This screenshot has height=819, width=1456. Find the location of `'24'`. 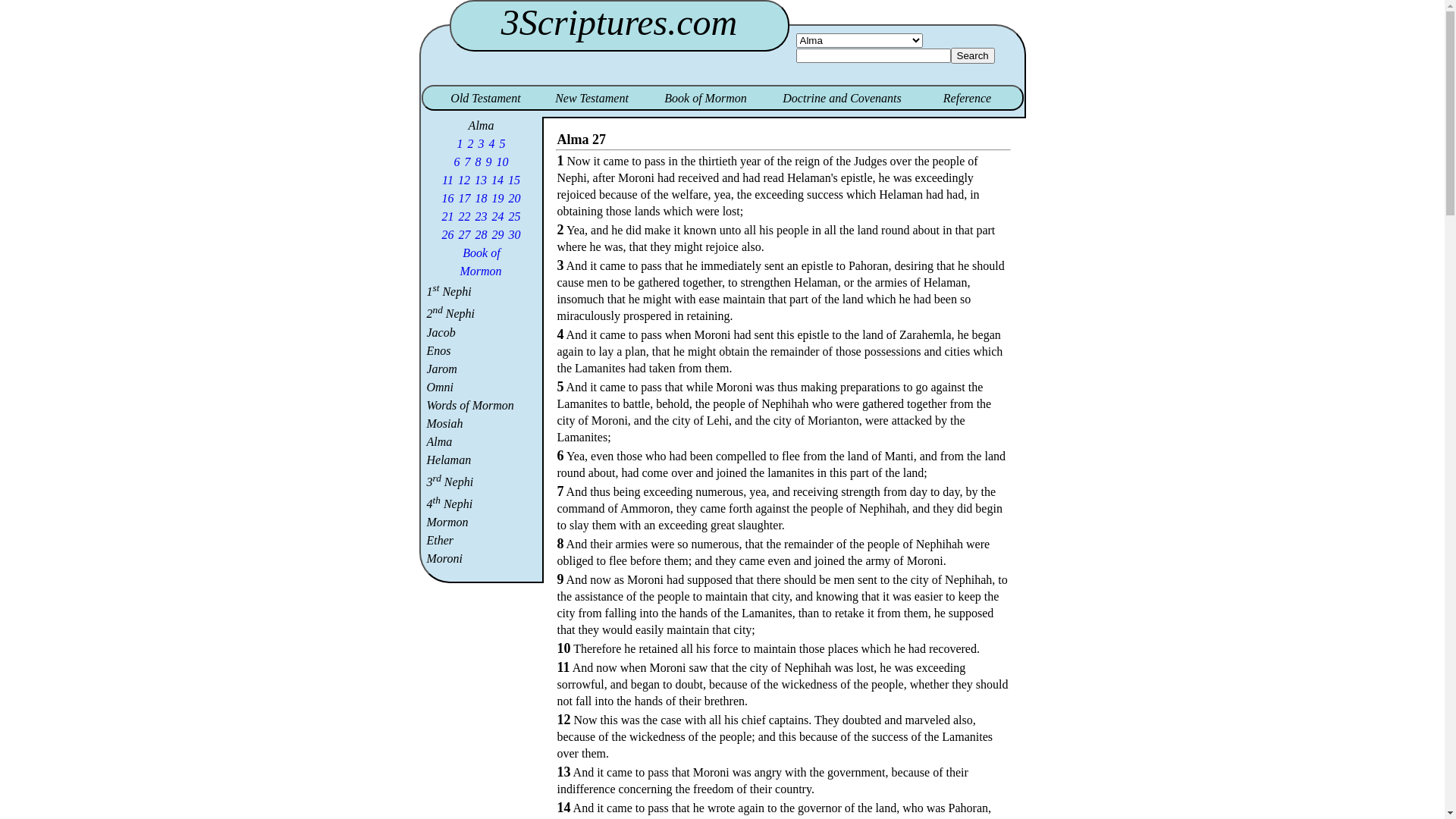

'24' is located at coordinates (498, 216).